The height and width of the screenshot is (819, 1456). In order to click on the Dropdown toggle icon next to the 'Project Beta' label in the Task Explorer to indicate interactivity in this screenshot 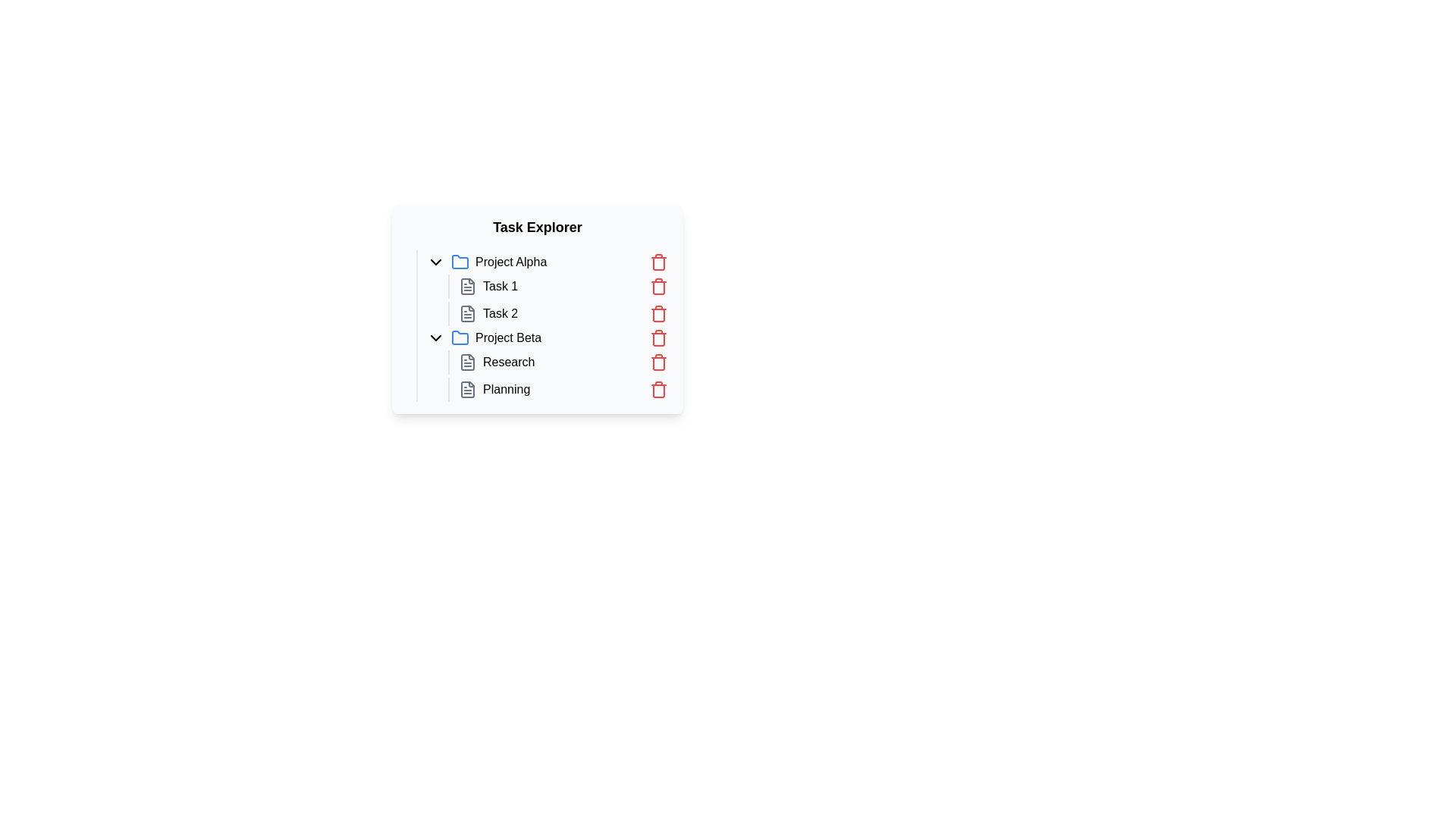, I will do `click(435, 337)`.